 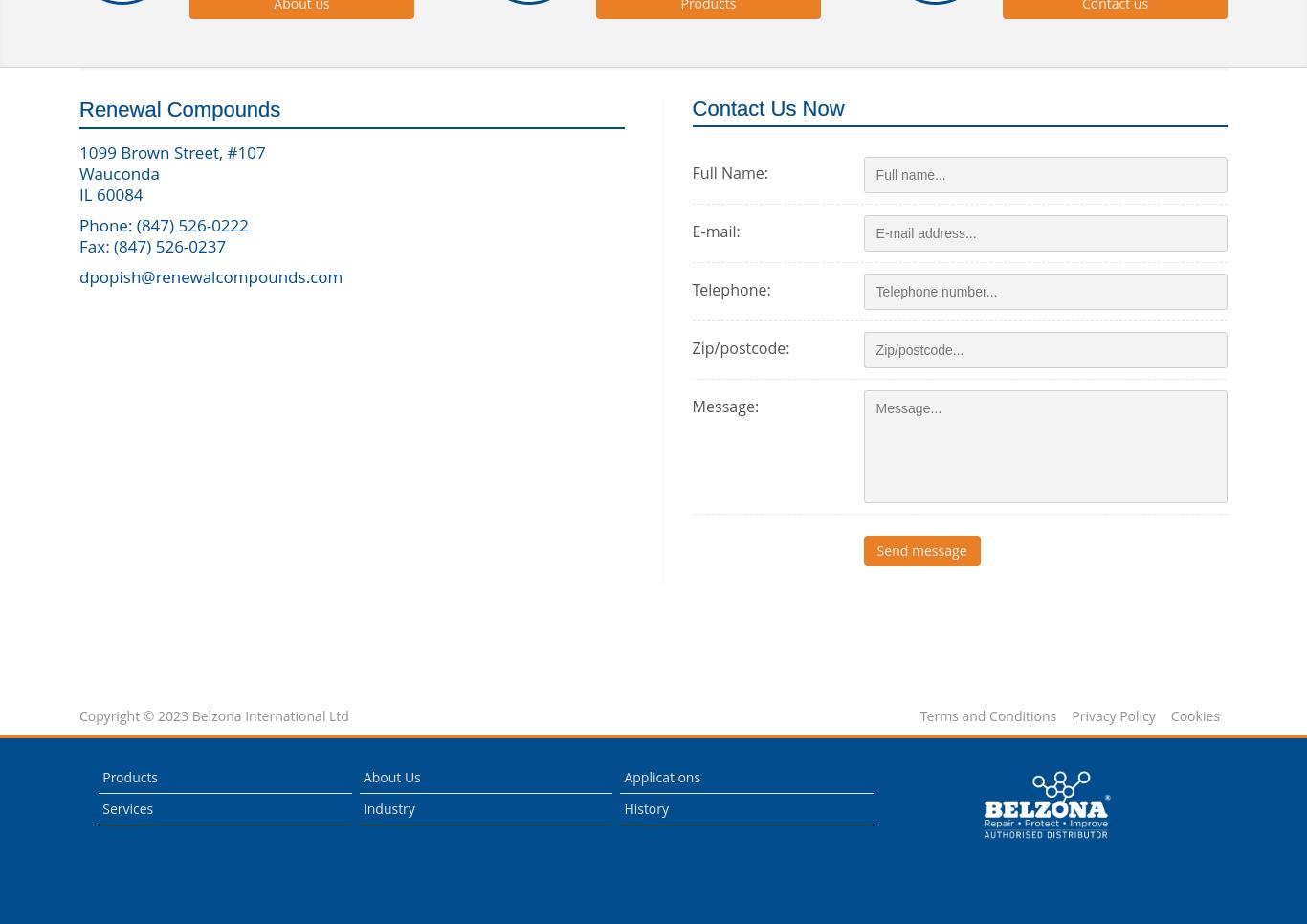 I want to click on 'Privacy Policy', so click(x=1113, y=715).